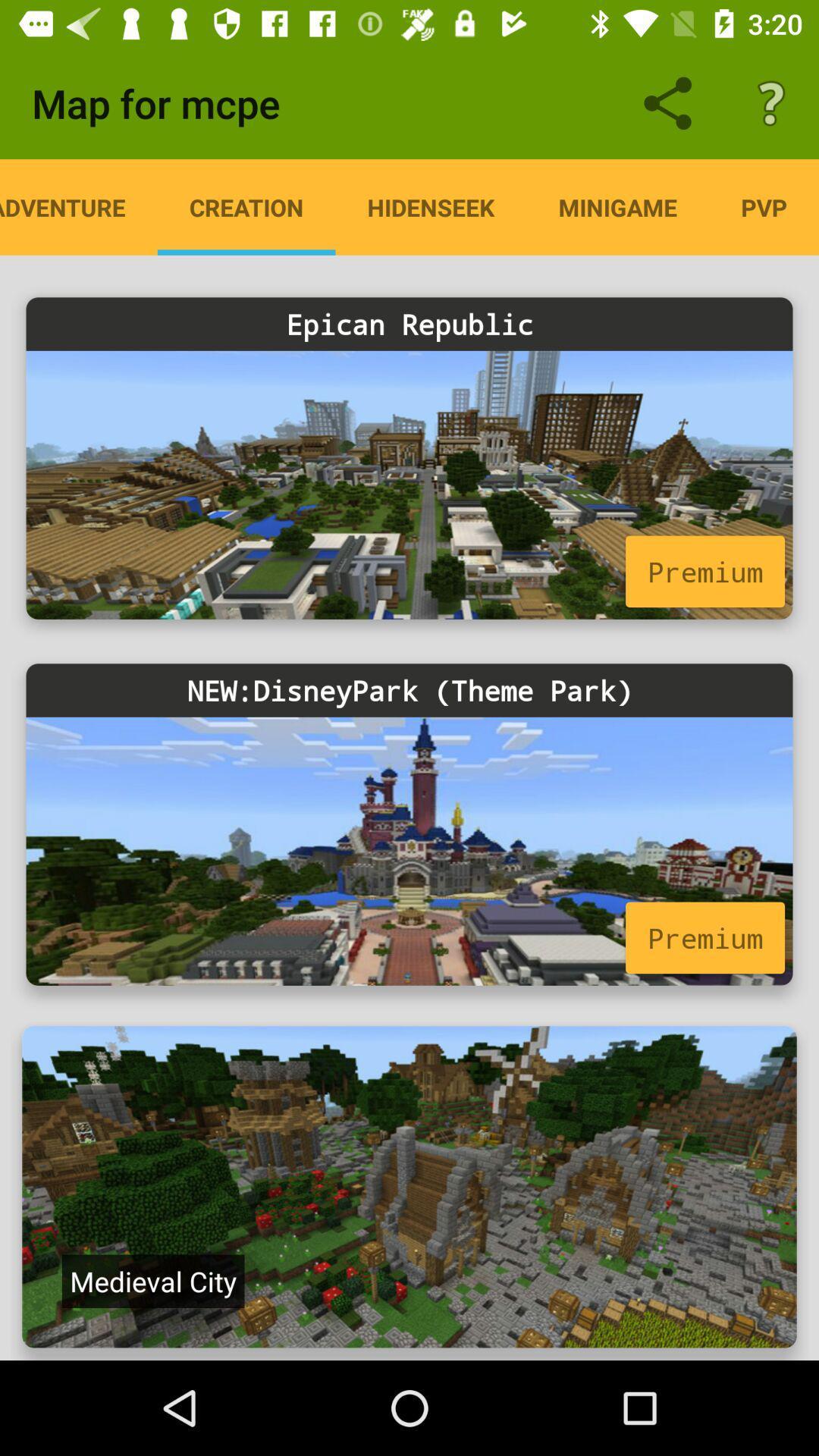 This screenshot has width=819, height=1456. Describe the element at coordinates (409, 824) in the screenshot. I see `the second image from the creation` at that location.